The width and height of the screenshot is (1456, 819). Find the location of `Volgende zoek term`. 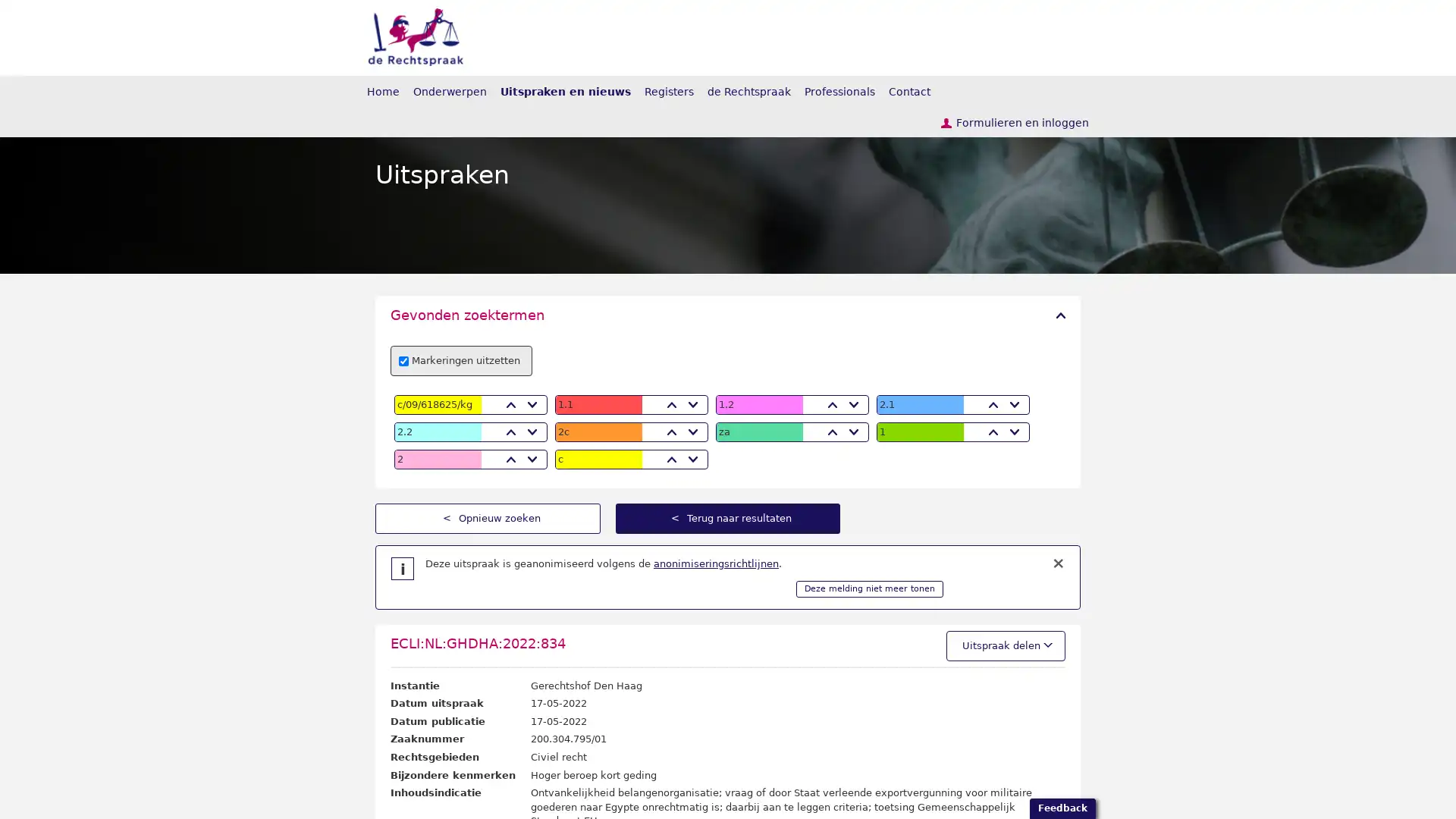

Volgende zoek term is located at coordinates (1015, 403).